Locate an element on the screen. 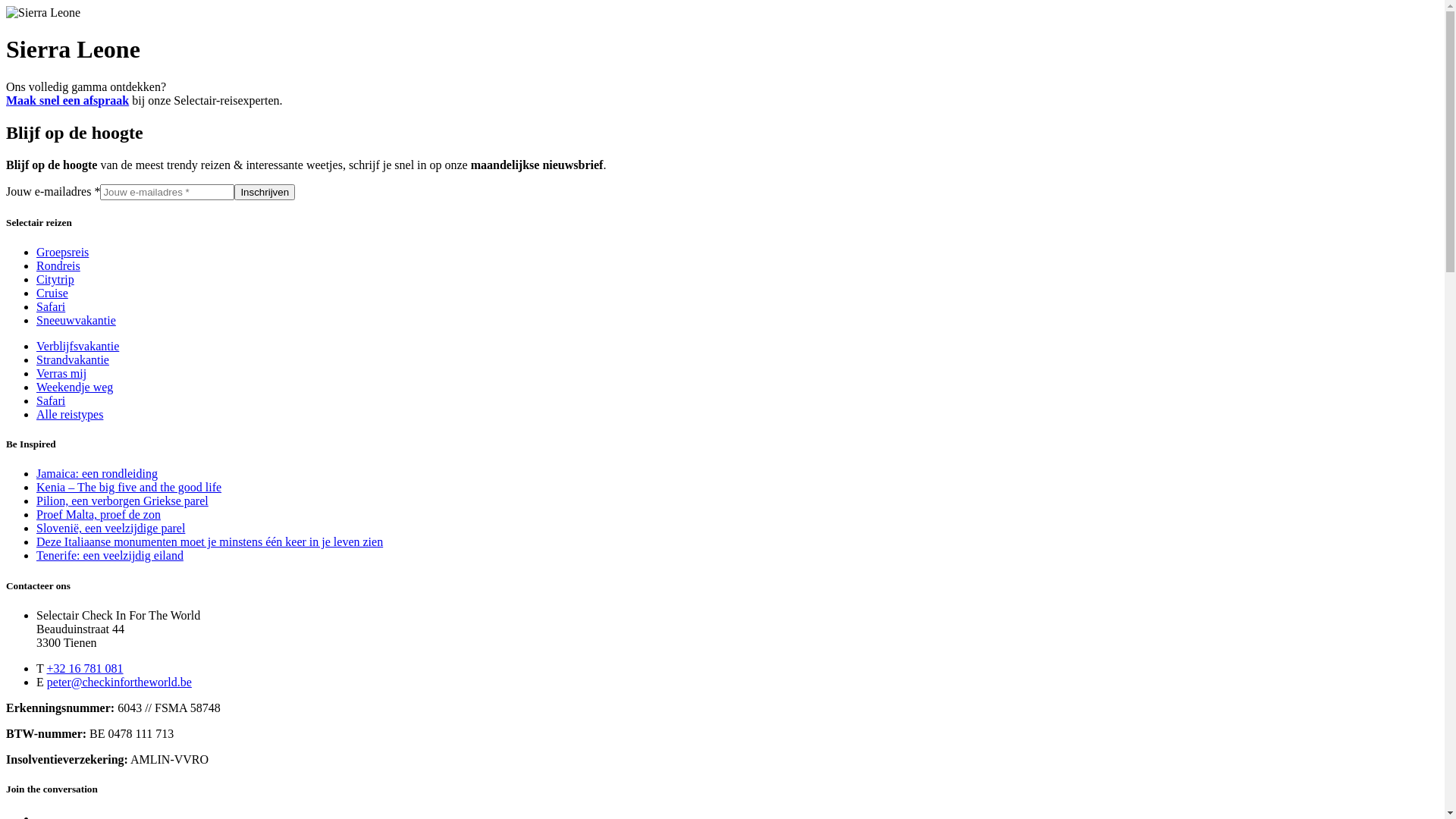 This screenshot has width=1456, height=819. 'Verras mij' is located at coordinates (61, 373).